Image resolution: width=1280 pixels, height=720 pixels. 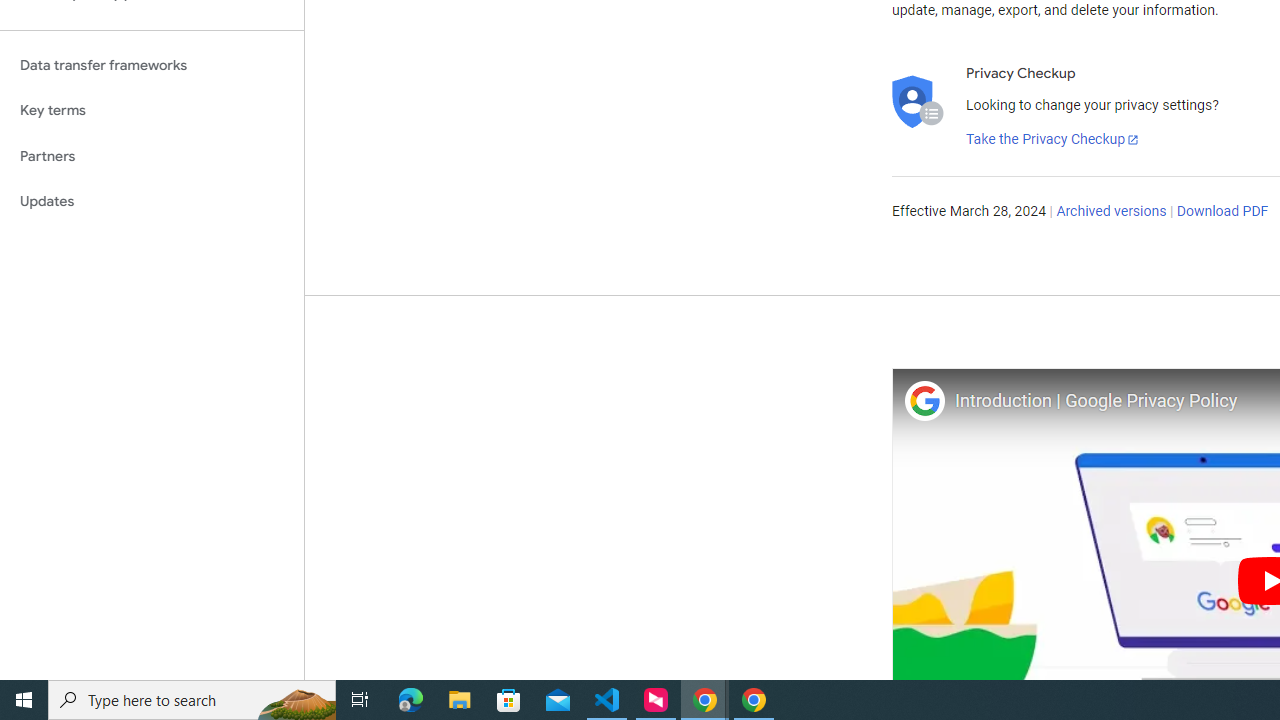 I want to click on 'Partners', so click(x=151, y=155).